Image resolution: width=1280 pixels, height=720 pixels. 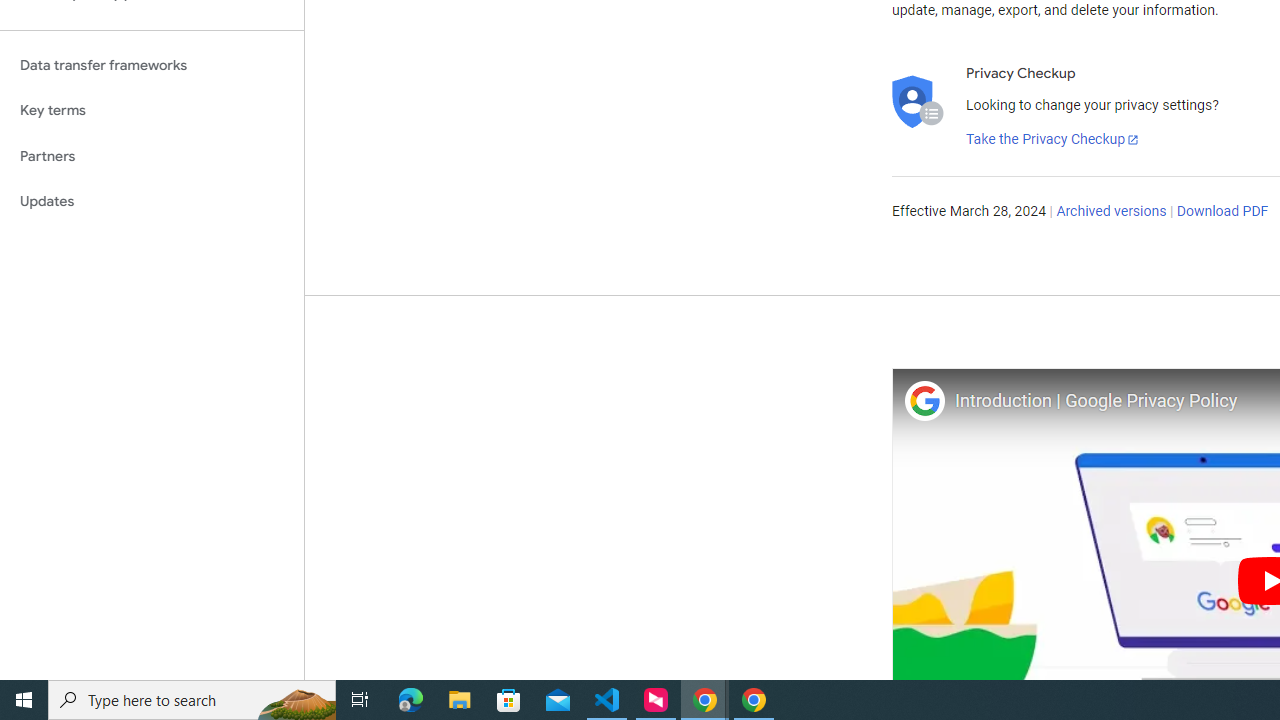 I want to click on 'Partners', so click(x=151, y=155).